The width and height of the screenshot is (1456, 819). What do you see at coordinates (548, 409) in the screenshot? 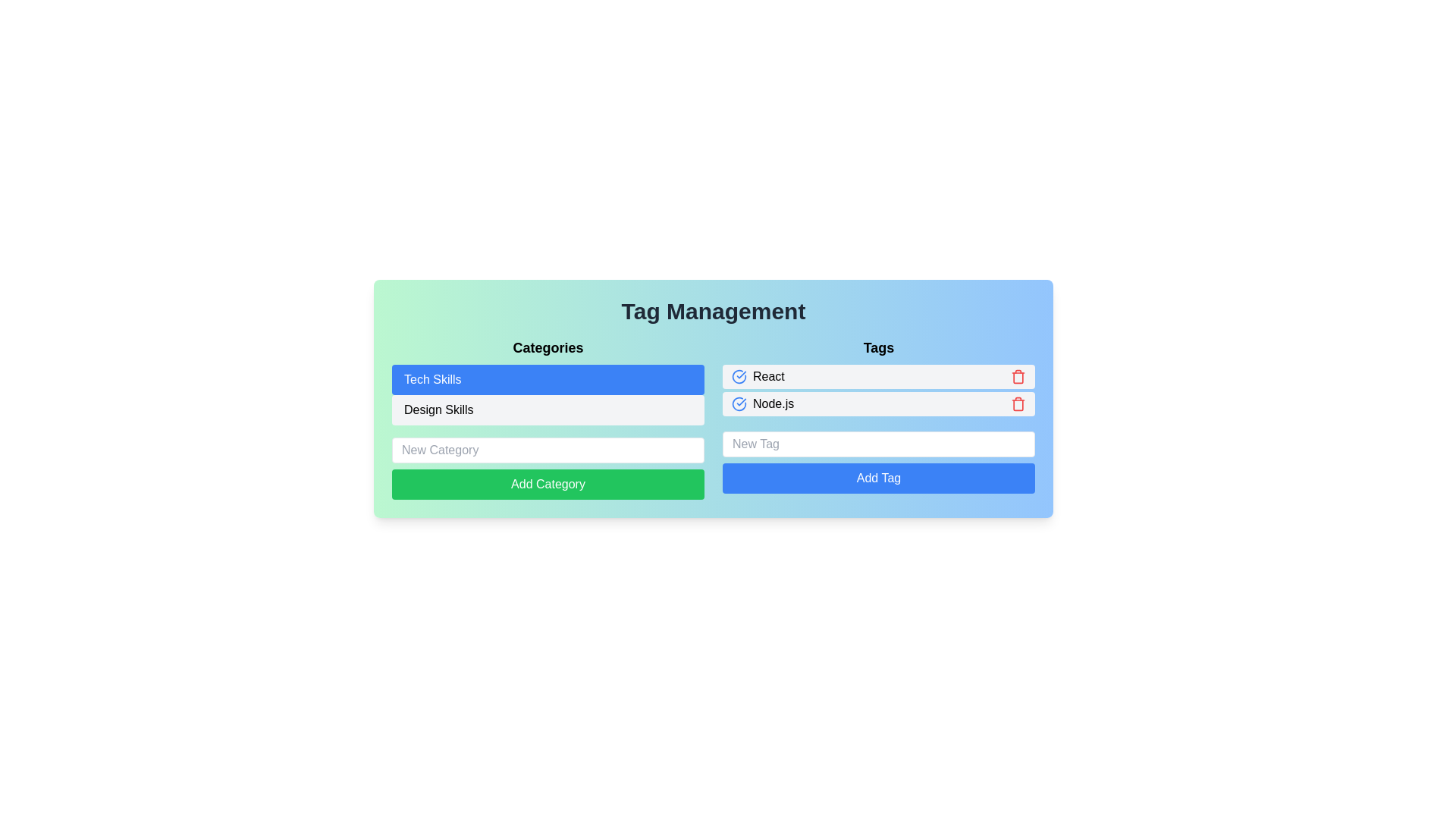
I see `the 'Design Skills' button` at bounding box center [548, 409].